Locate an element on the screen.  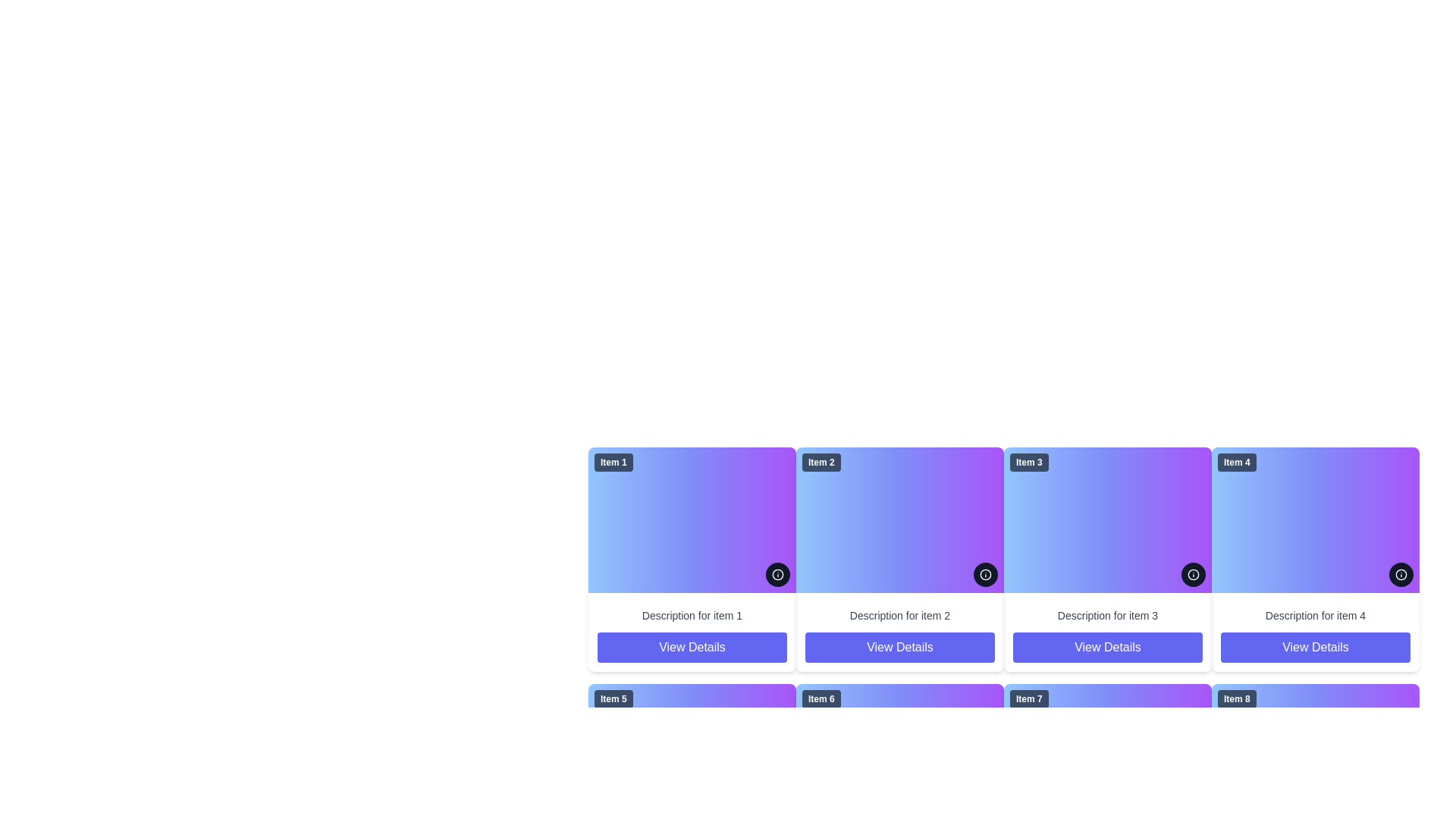
the circular information icon located at the bottom right corner of the card for 'Item 2', which is styled with a dark gray background and white text is located at coordinates (778, 575).